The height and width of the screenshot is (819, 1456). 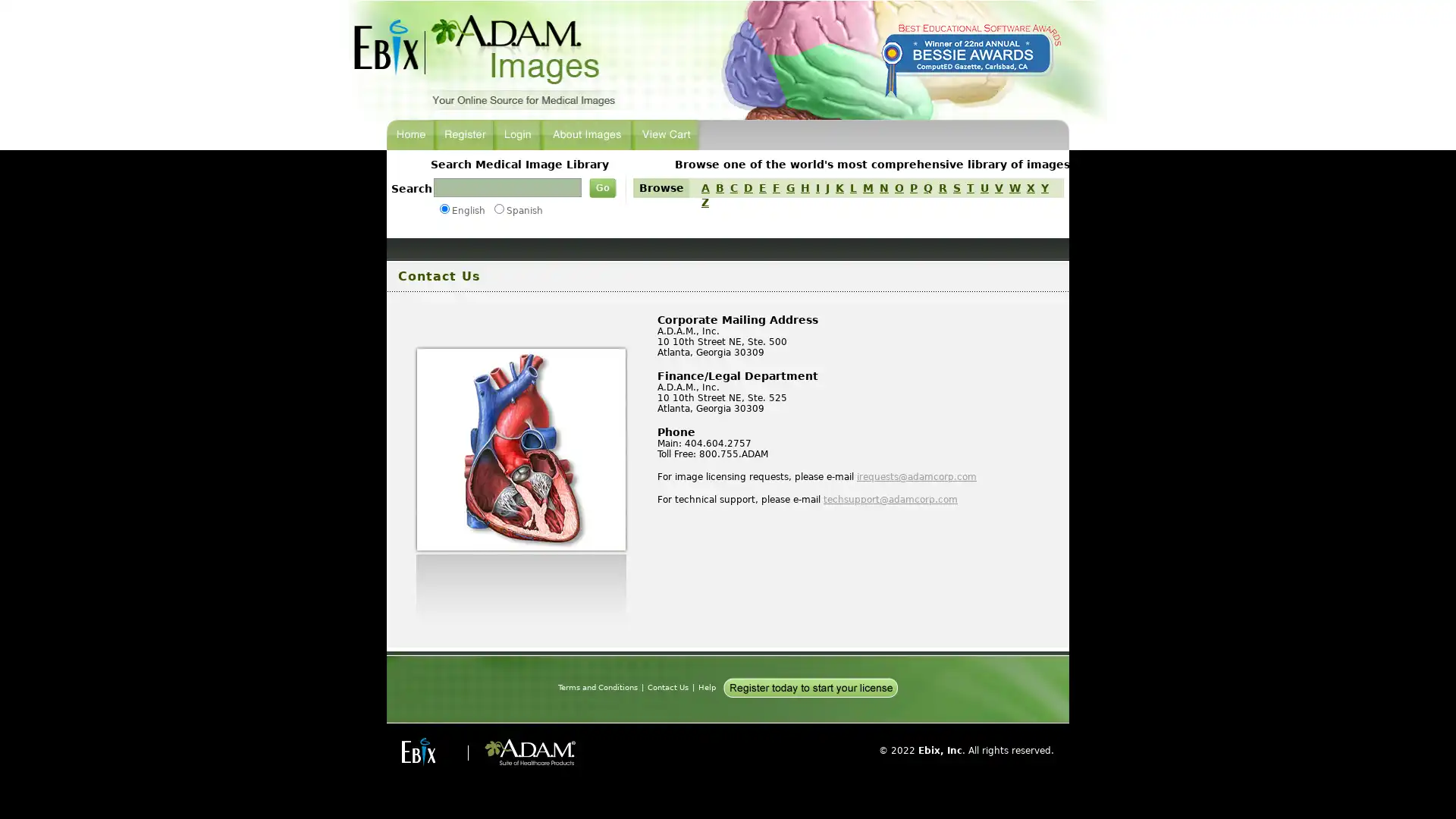 I want to click on Register today to start your license, so click(x=809, y=686).